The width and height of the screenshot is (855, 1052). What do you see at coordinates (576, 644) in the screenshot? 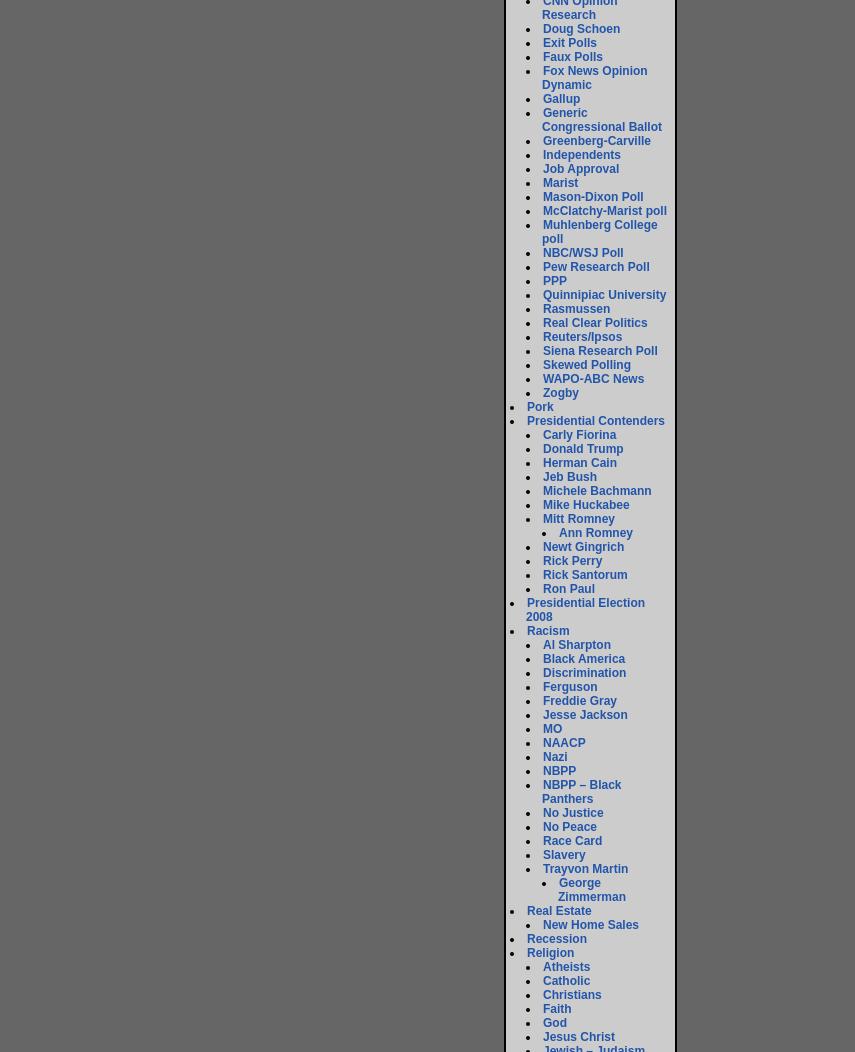
I see `'Al Sharpton'` at bounding box center [576, 644].